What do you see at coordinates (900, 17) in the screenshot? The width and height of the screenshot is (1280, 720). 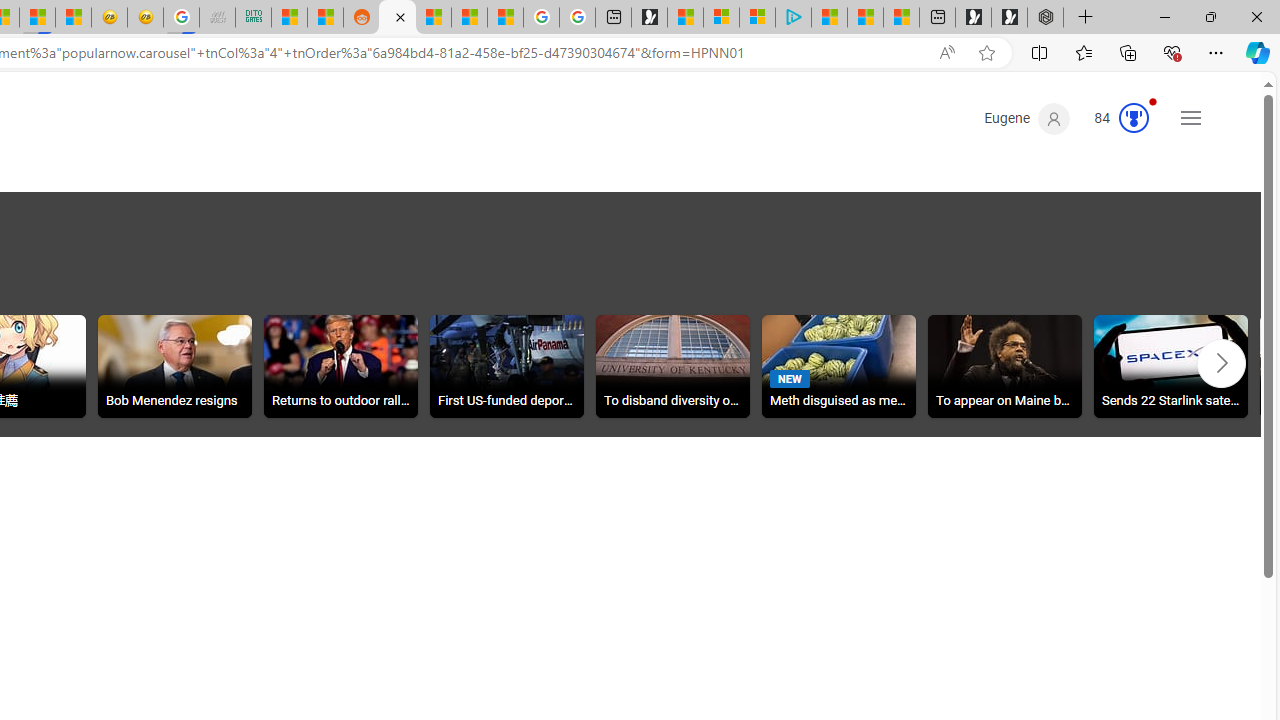 I see `'These 3 Stocks Pay You More Than 5% to Own Them'` at bounding box center [900, 17].